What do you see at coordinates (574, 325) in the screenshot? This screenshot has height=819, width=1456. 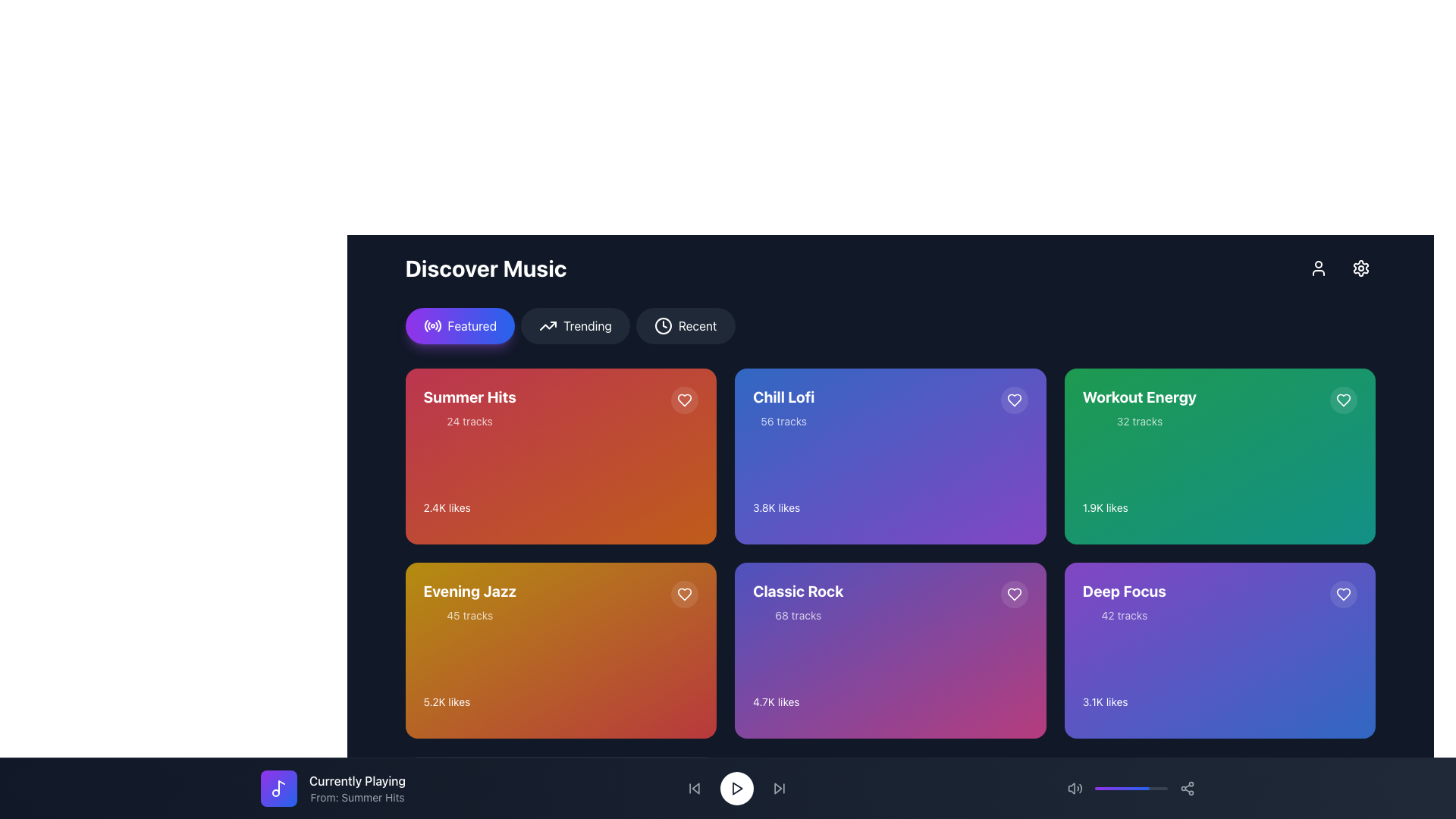 I see `the 'Trending' button located between the 'Featured' button and the 'Recent' button, beneath the 'Discover Music' heading` at bounding box center [574, 325].